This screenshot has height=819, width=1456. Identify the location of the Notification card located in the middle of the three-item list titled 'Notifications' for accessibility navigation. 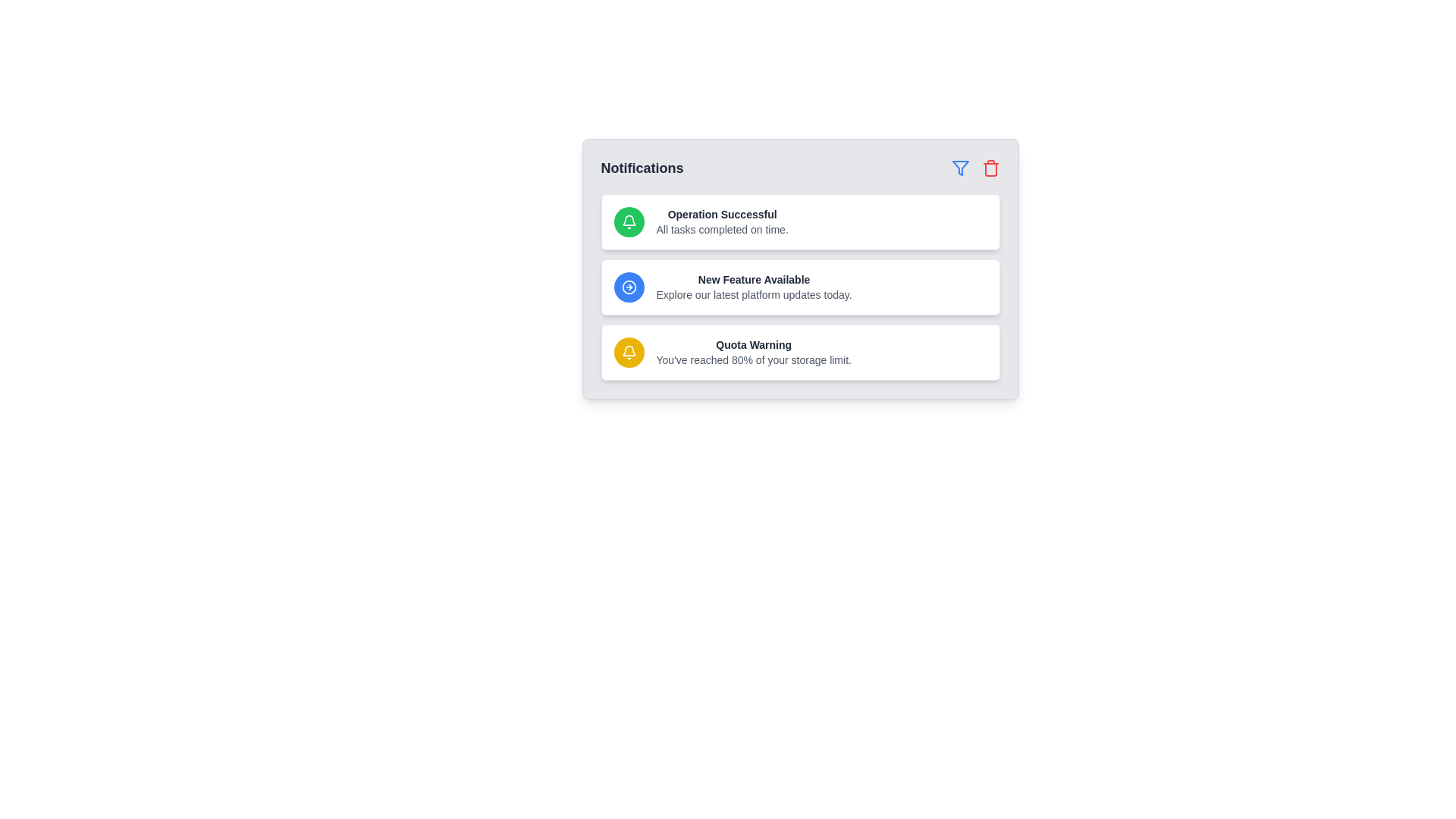
(799, 268).